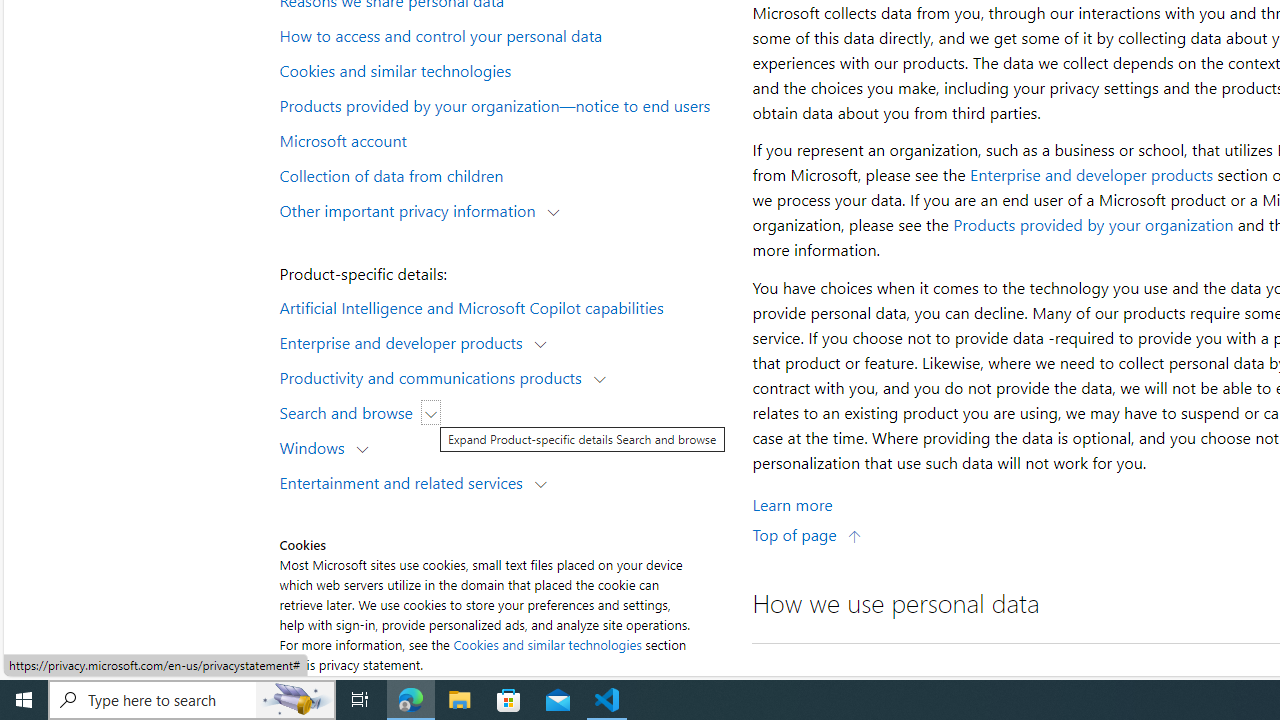 The image size is (1280, 720). Describe the element at coordinates (807, 533) in the screenshot. I see `'Top of page'` at that location.